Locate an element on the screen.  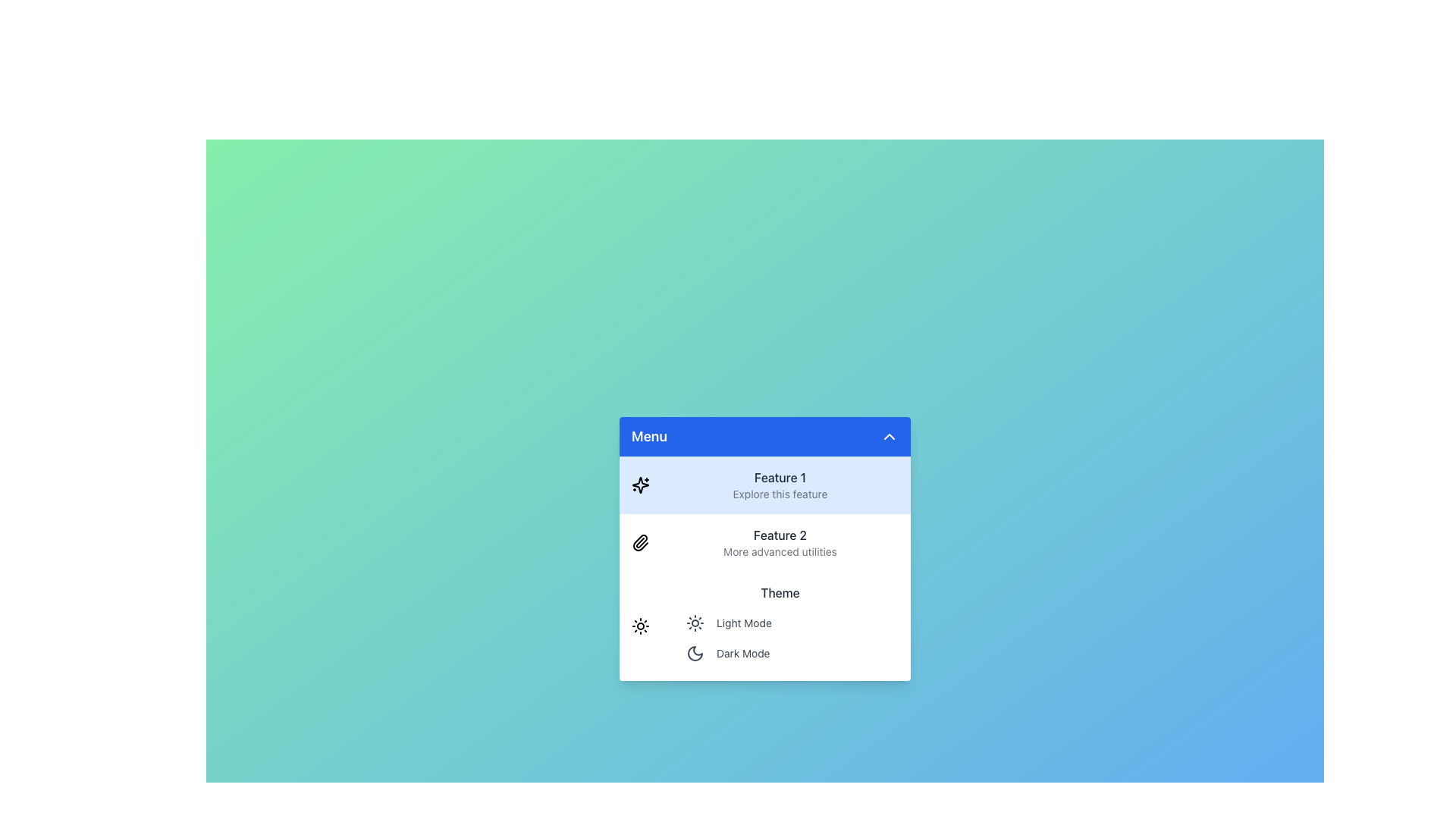
the text label that reads 'More advanced utilities', which is styled with a small font size and gray color, located below 'Feature 2' in a dropdown menu layout is located at coordinates (780, 552).